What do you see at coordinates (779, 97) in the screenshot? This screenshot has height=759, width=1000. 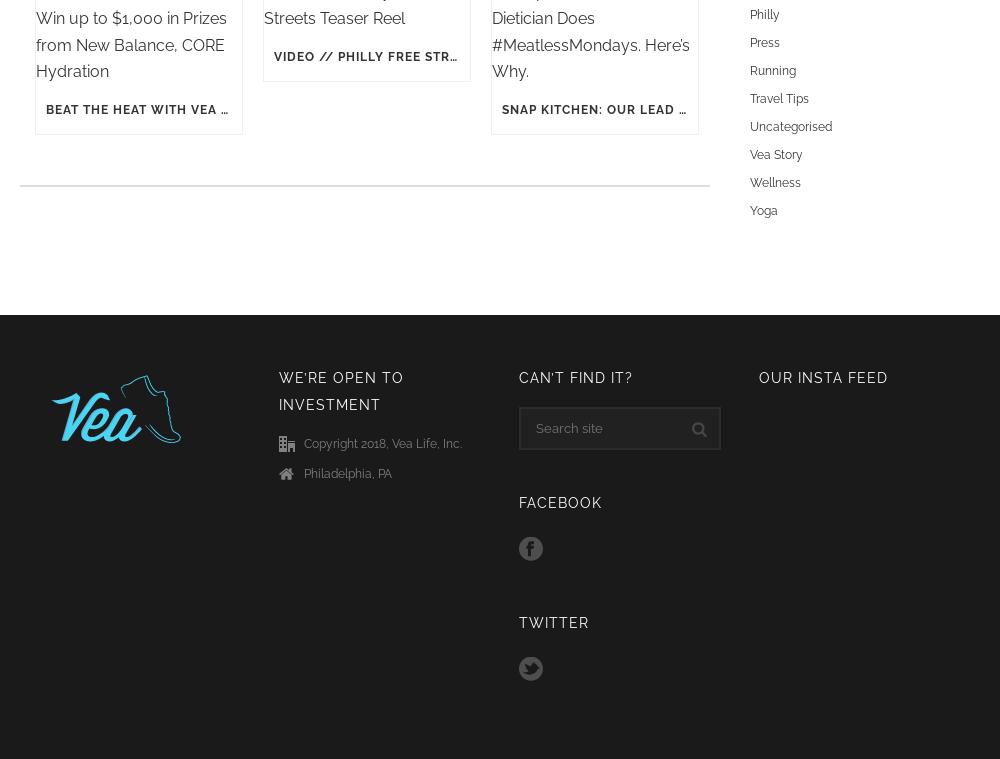 I see `'Travel Tips'` at bounding box center [779, 97].